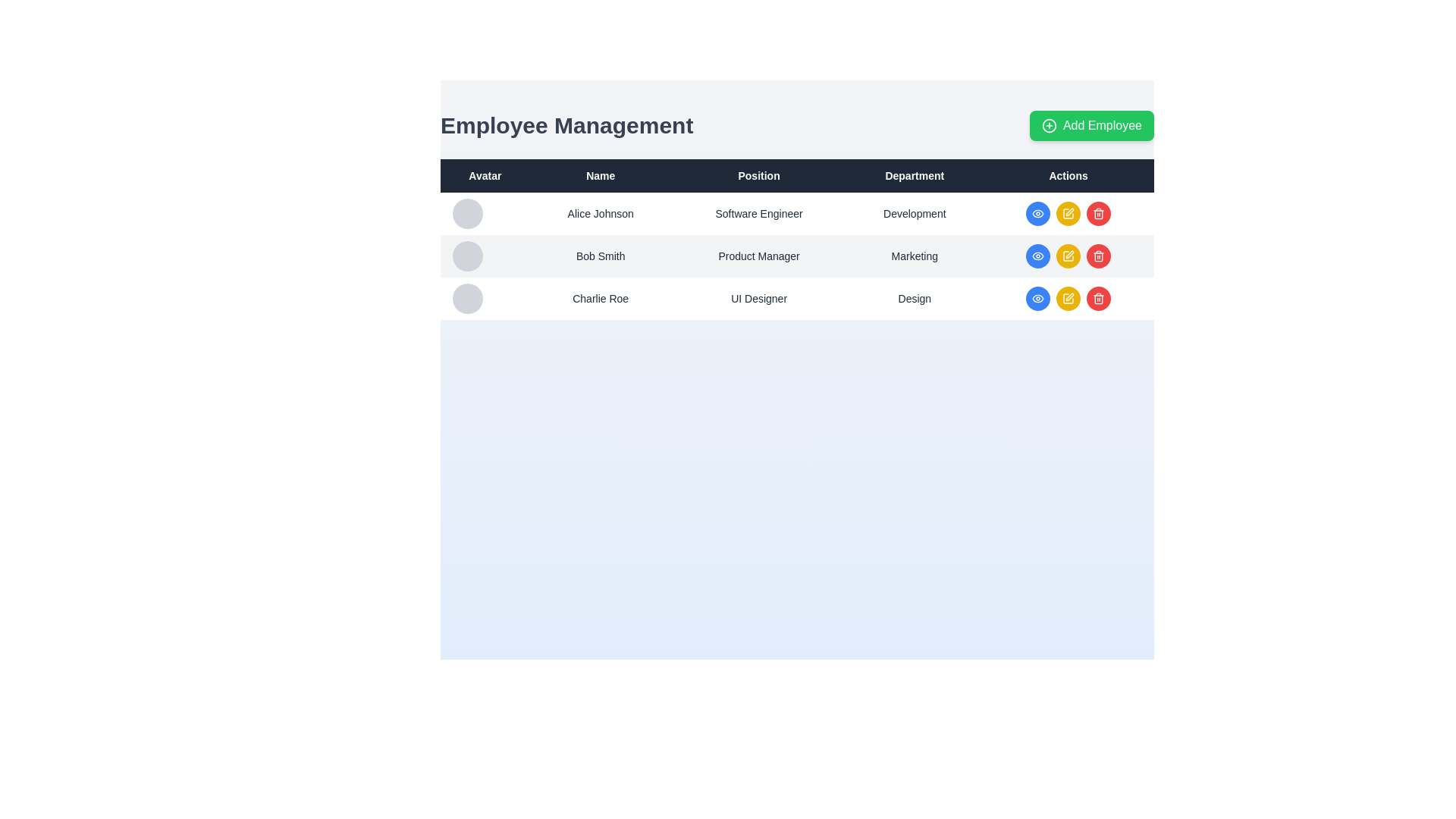 This screenshot has height=819, width=1456. What do you see at coordinates (796, 213) in the screenshot?
I see `the first employee data row` at bounding box center [796, 213].